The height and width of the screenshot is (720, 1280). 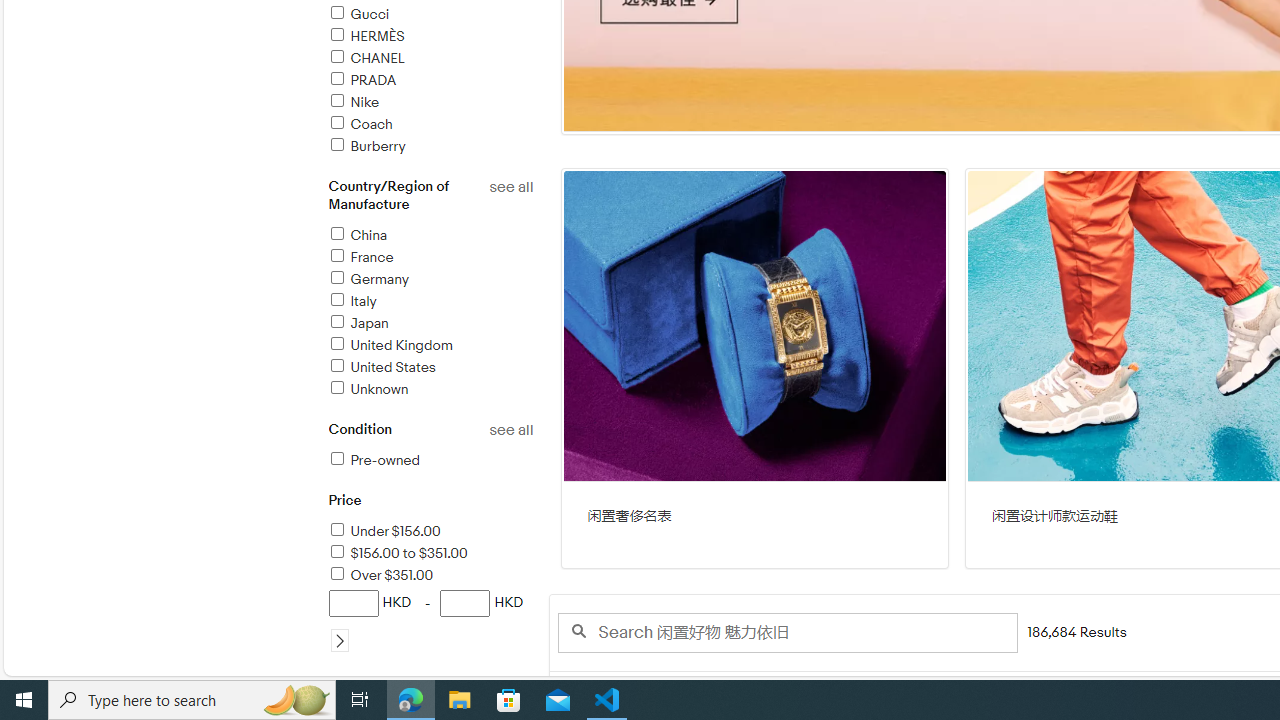 I want to click on 'See all country/region of manufacture refinements', so click(x=511, y=187).